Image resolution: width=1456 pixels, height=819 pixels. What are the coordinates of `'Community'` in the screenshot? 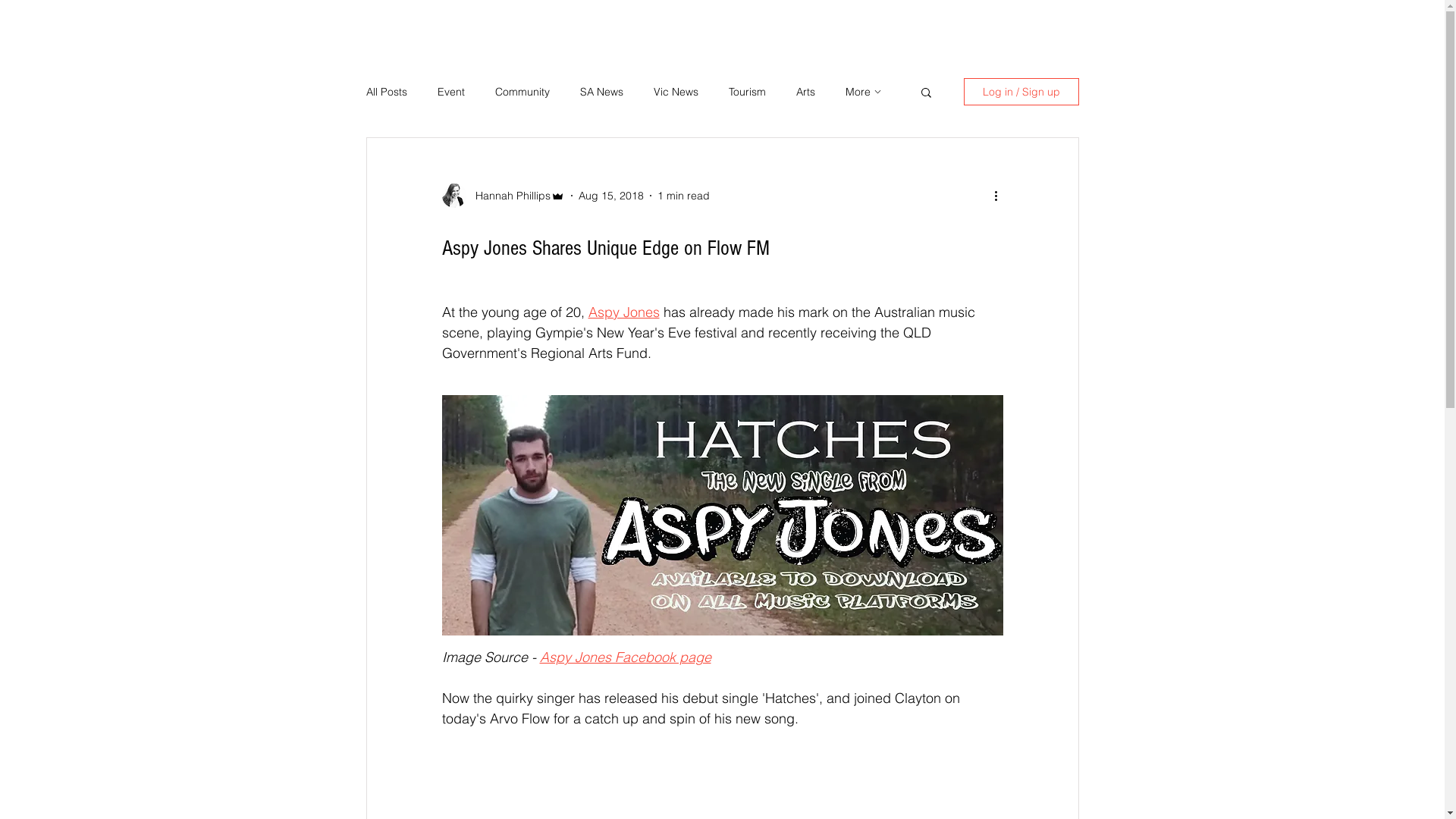 It's located at (521, 91).